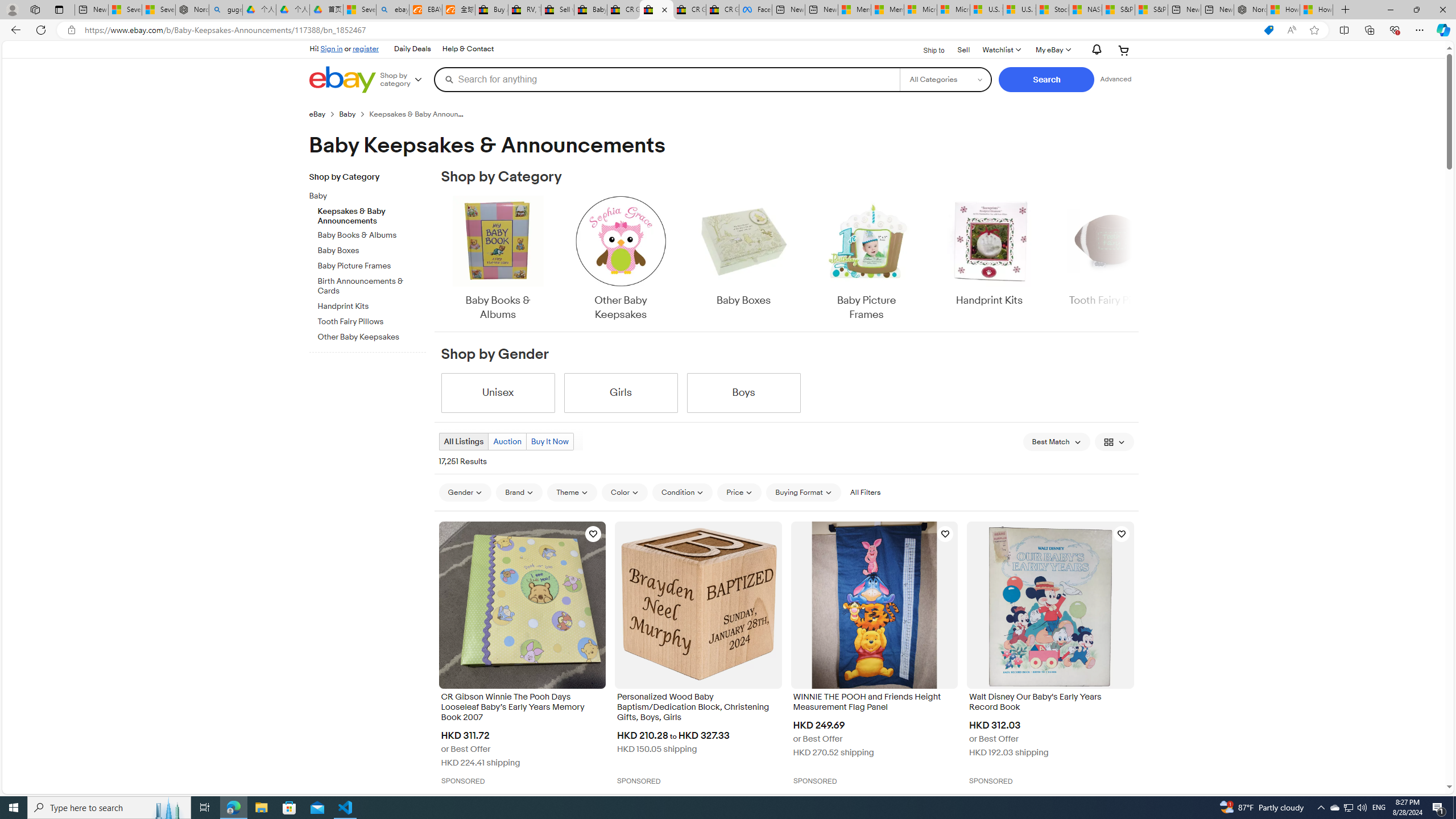  What do you see at coordinates (572, 492) in the screenshot?
I see `'Theme'` at bounding box center [572, 492].